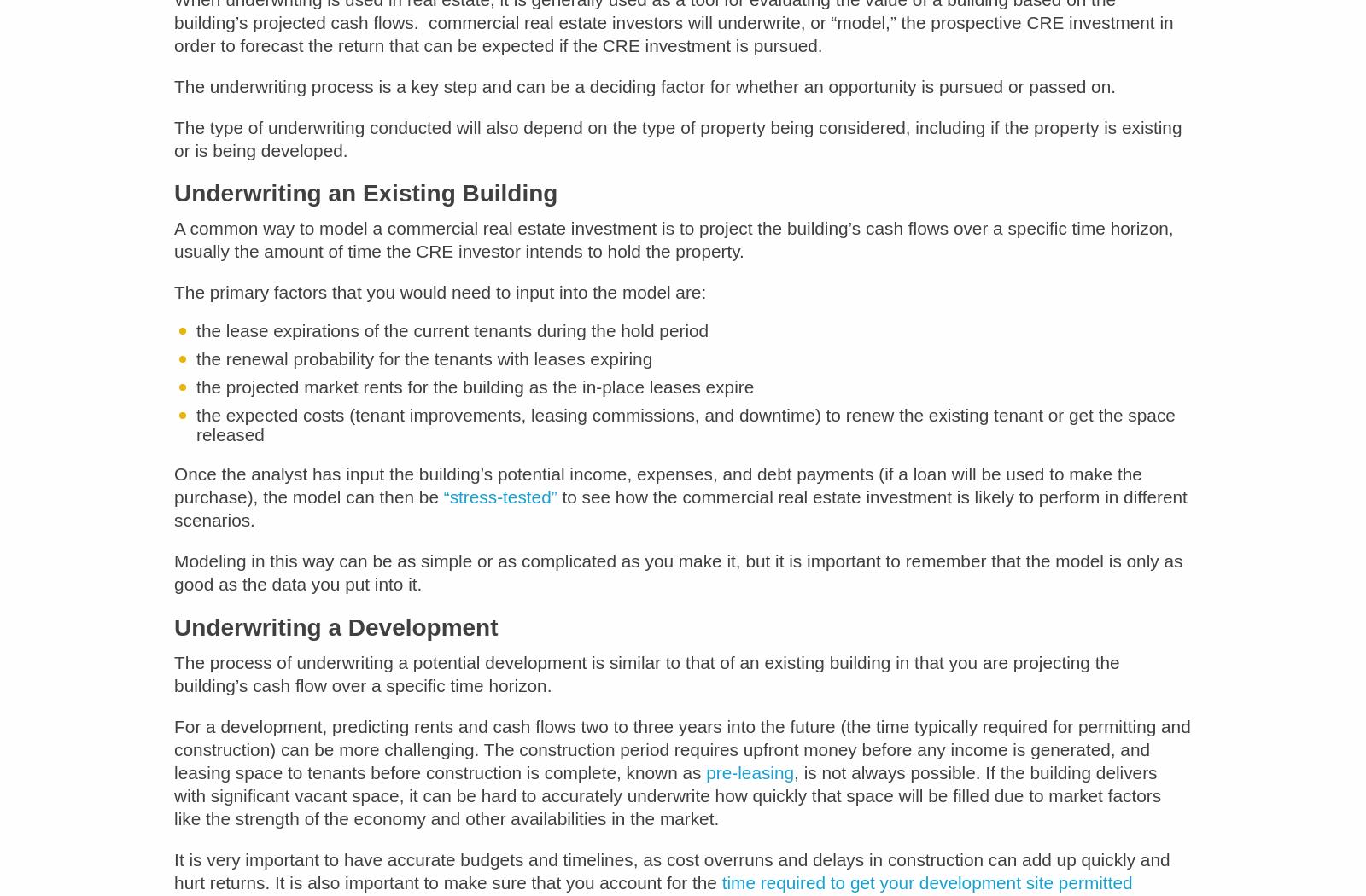 The width and height of the screenshot is (1366, 896). What do you see at coordinates (646, 684) in the screenshot?
I see `'The process of underwriting a potential development is similar to that of an existing building in that you are projecting the building’s cash flow over a specific time horizon.'` at bounding box center [646, 684].